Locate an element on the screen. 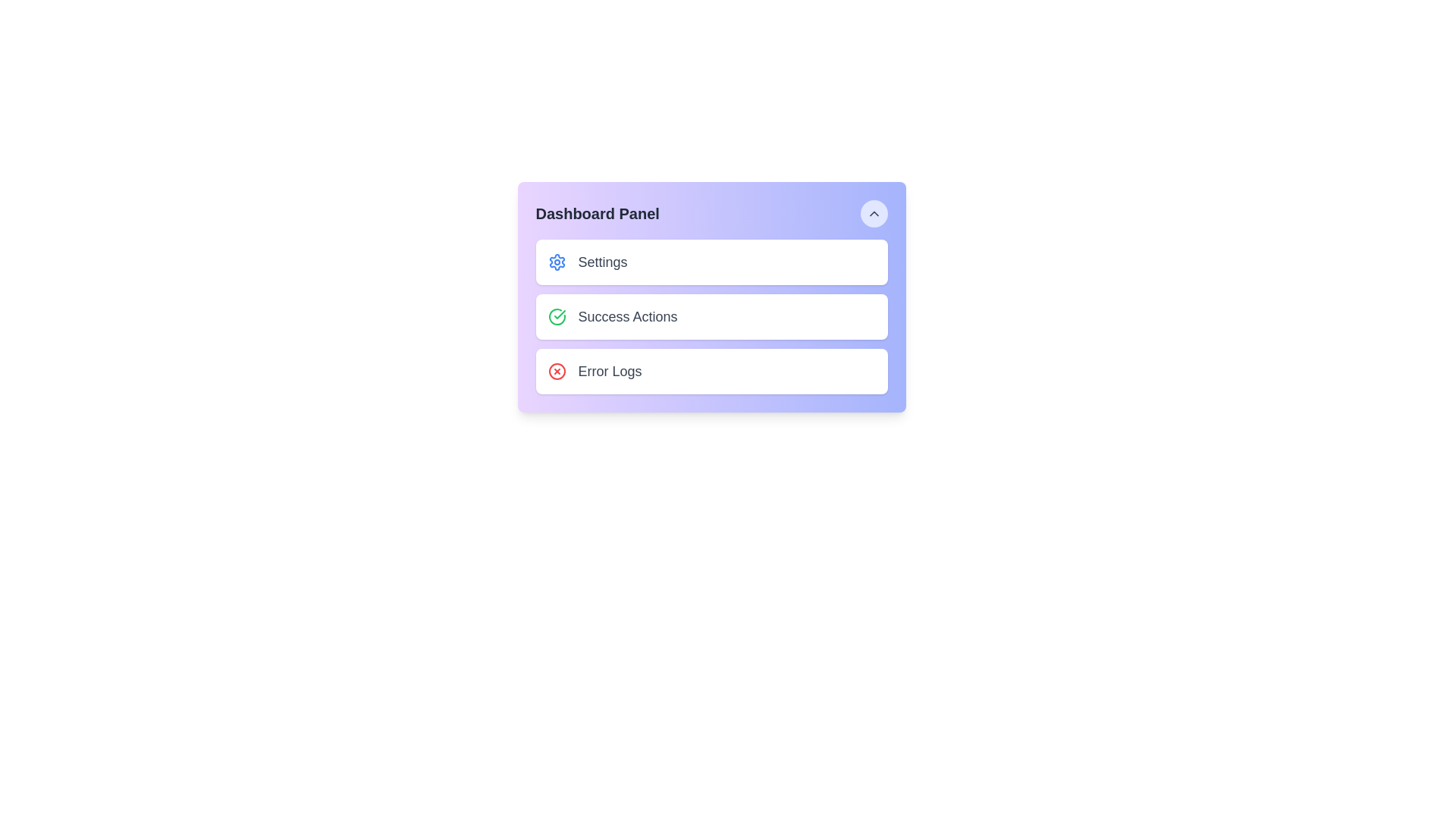  the text label displaying 'Success Actions' within the 'Dashboard Panel', which is styled in gray and located to the right of the green check icon is located at coordinates (628, 315).